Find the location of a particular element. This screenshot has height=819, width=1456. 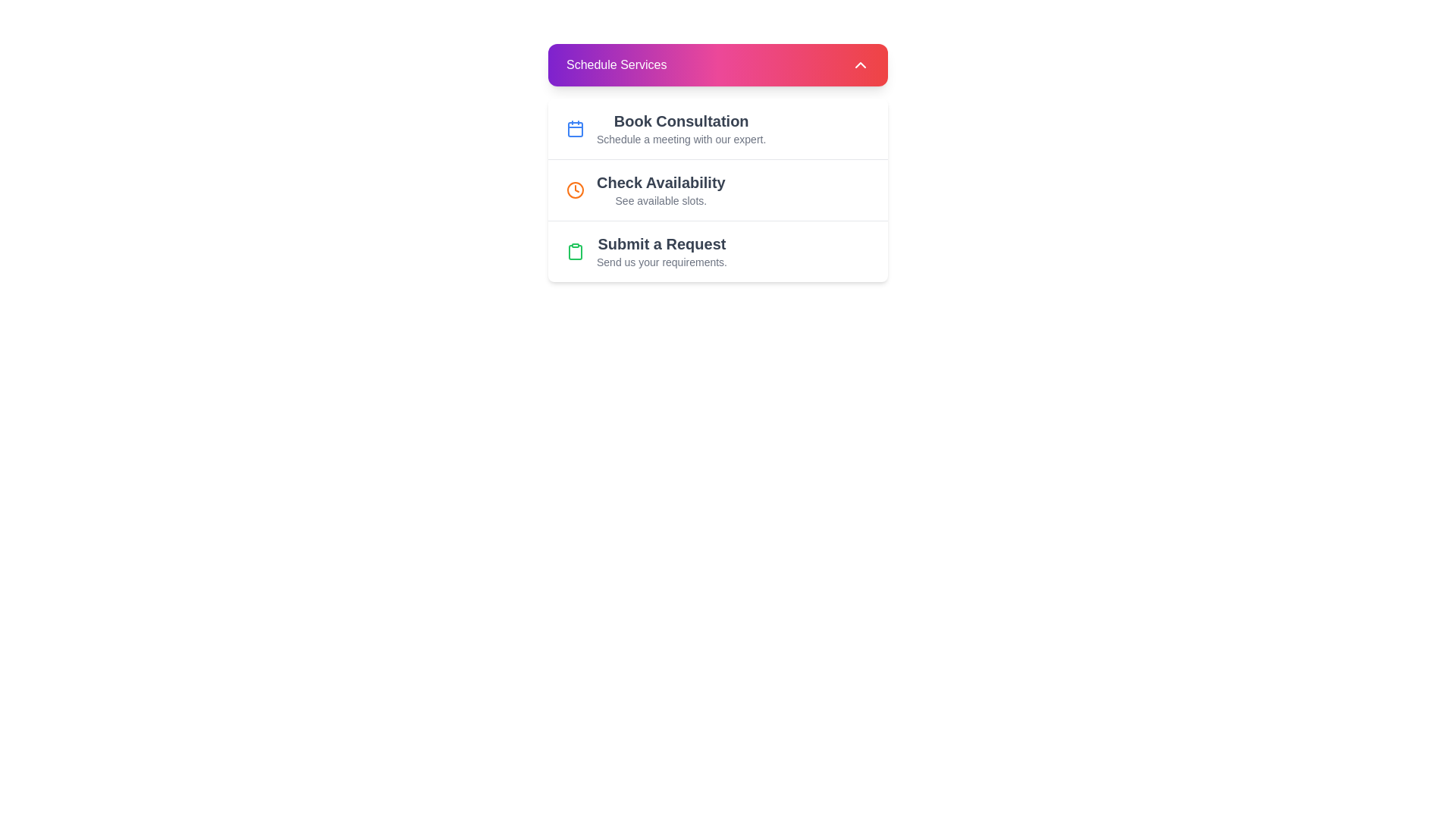

the consultation booking label located at the top of the 'Schedule Services' dropdown menu, which is next to a calendar icon and above the description text for scheduling a meeting is located at coordinates (680, 120).